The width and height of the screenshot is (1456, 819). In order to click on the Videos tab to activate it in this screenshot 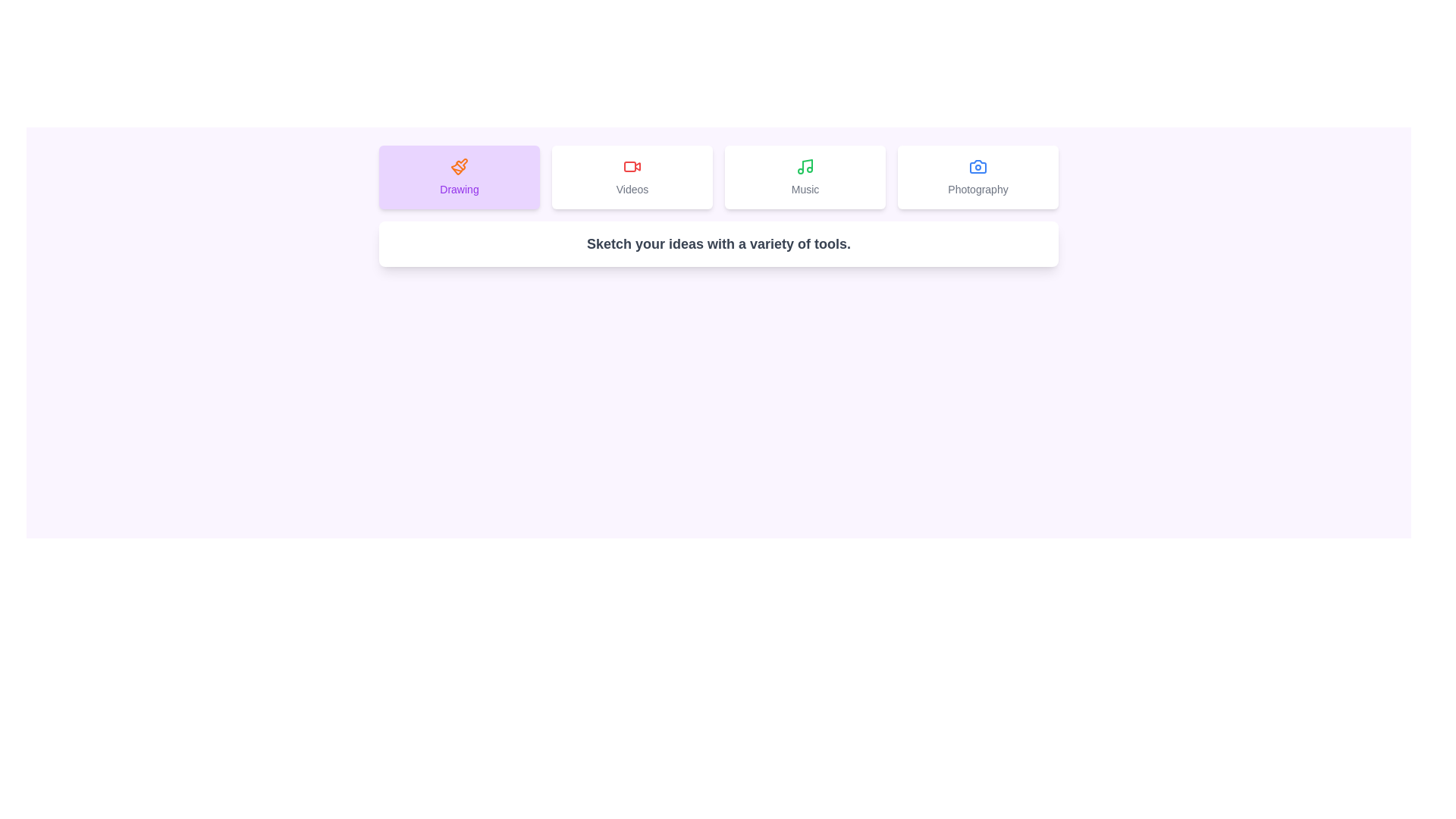, I will do `click(632, 177)`.